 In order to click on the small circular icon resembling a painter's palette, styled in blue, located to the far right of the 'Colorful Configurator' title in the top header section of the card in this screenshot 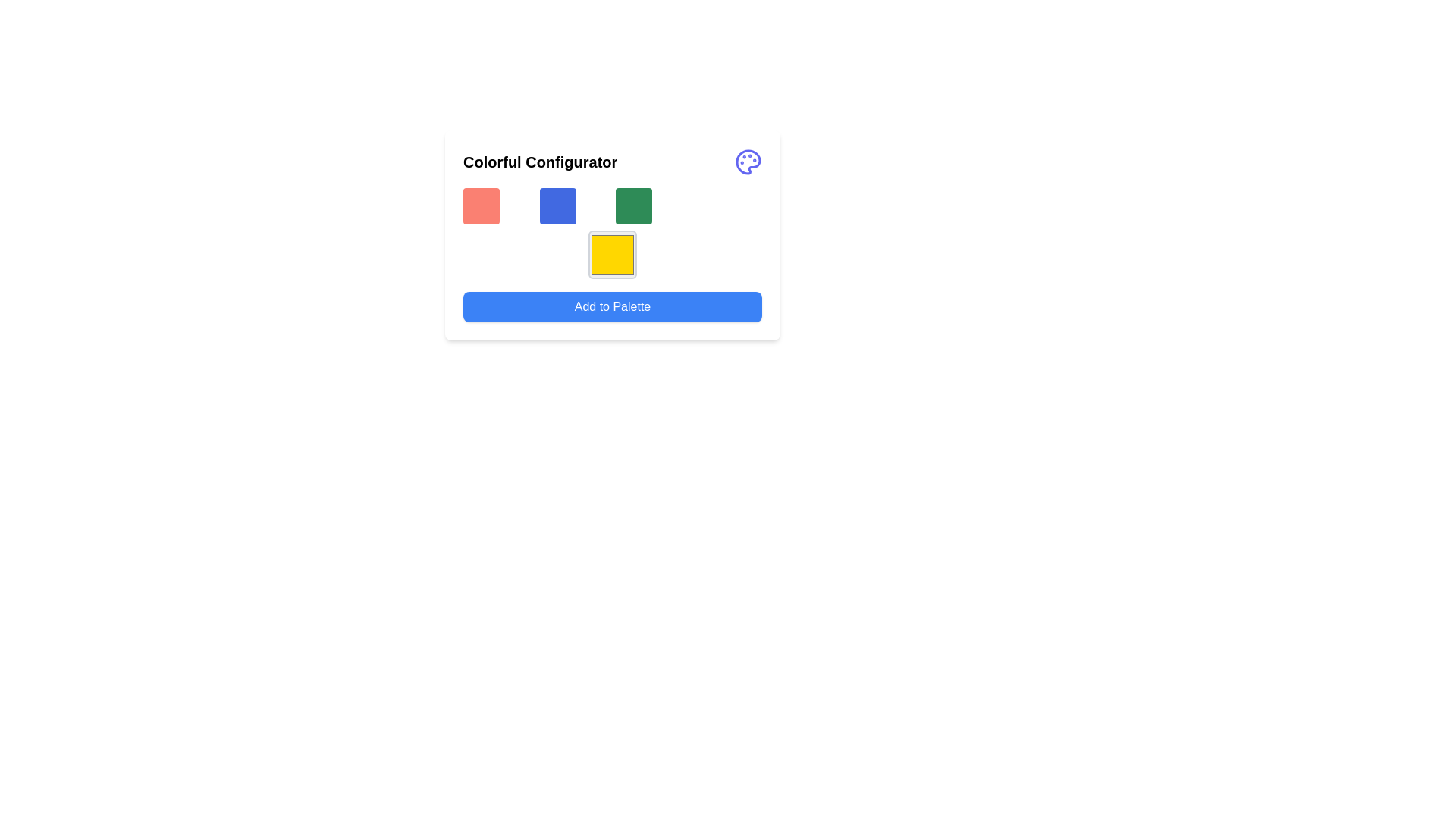, I will do `click(748, 162)`.